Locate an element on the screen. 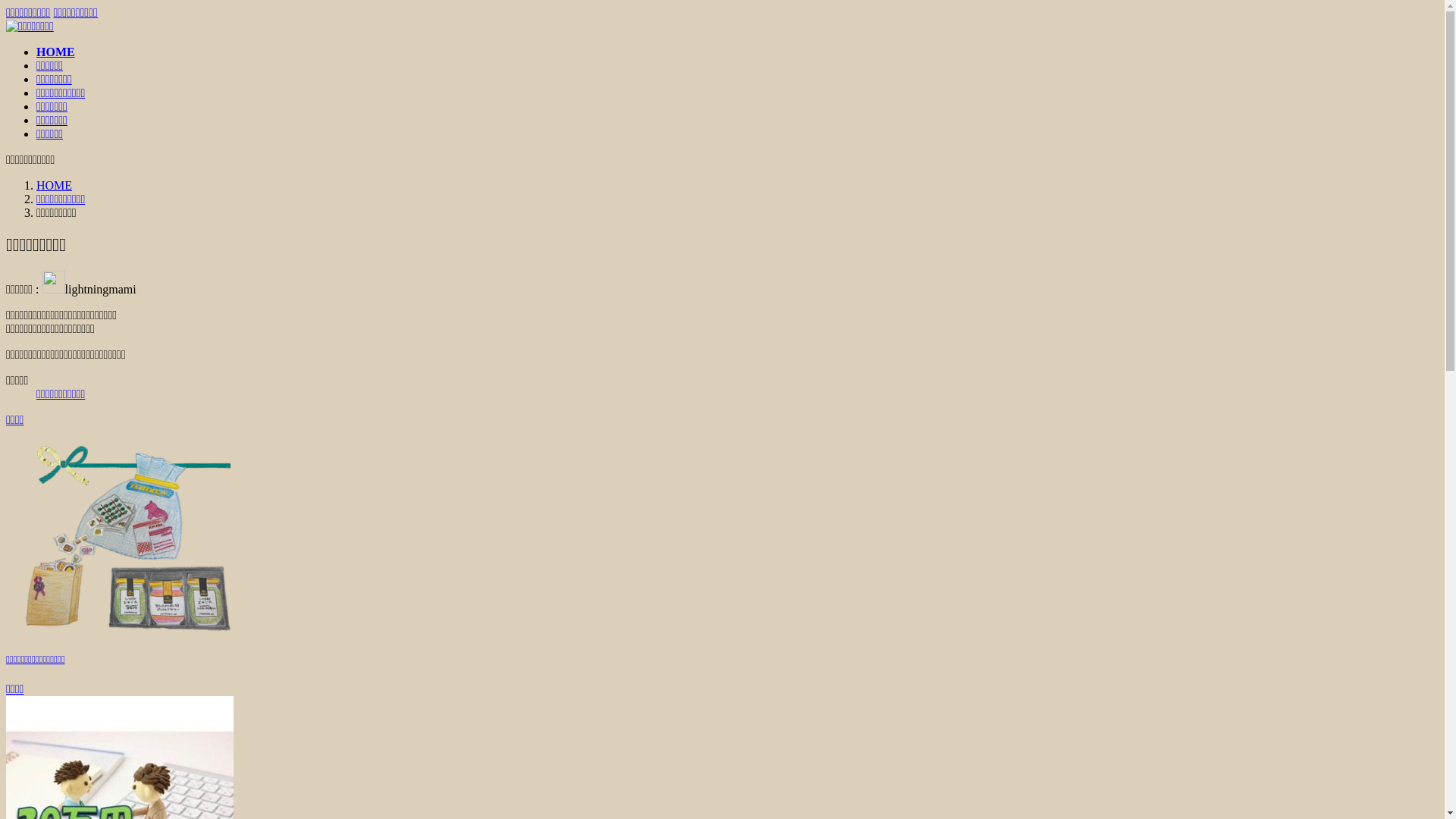 This screenshot has height=819, width=1456. 'HOME' is located at coordinates (36, 184).